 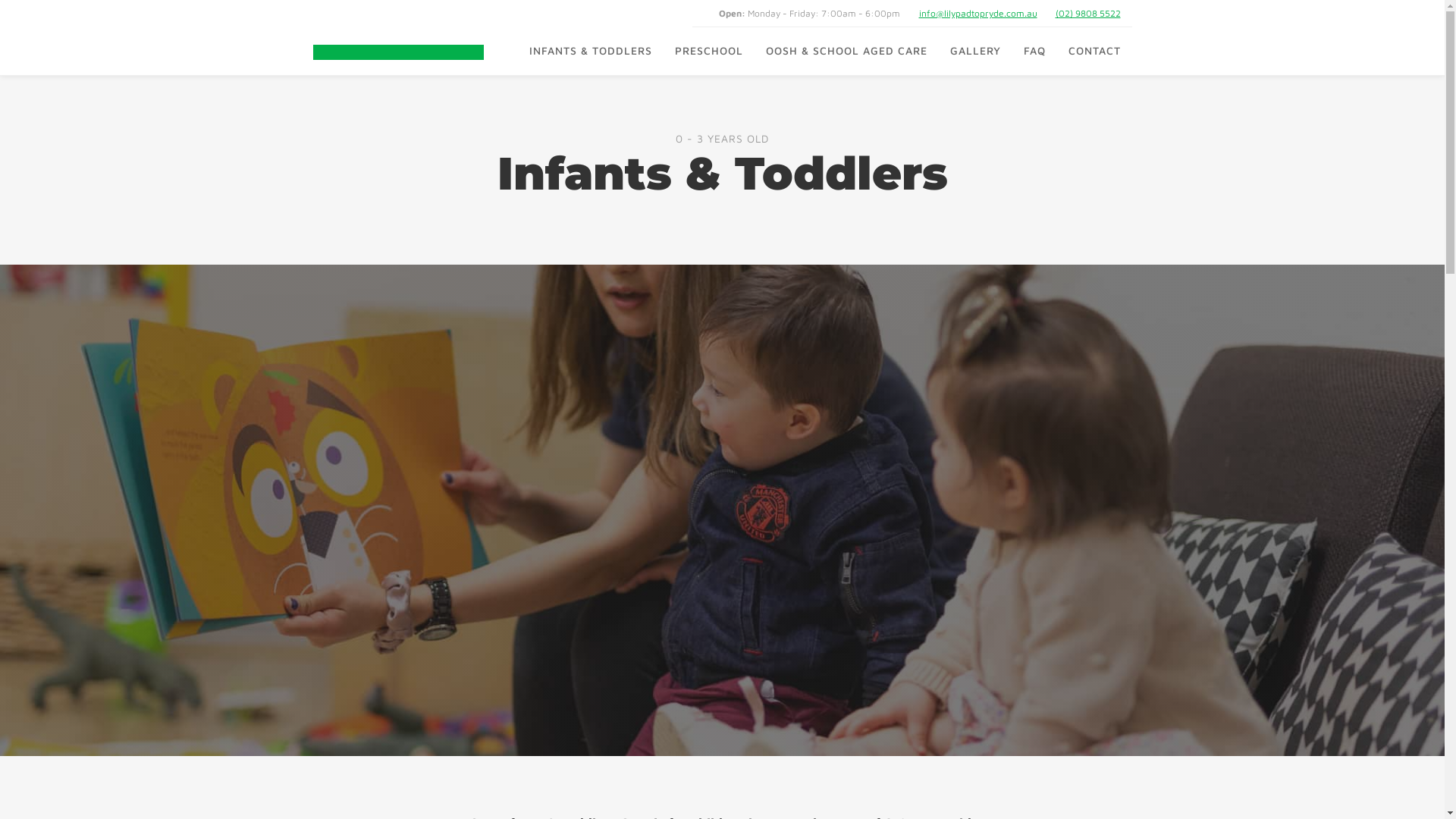 What do you see at coordinates (845, 49) in the screenshot?
I see `'OOSH & SCHOOL AGED CARE'` at bounding box center [845, 49].